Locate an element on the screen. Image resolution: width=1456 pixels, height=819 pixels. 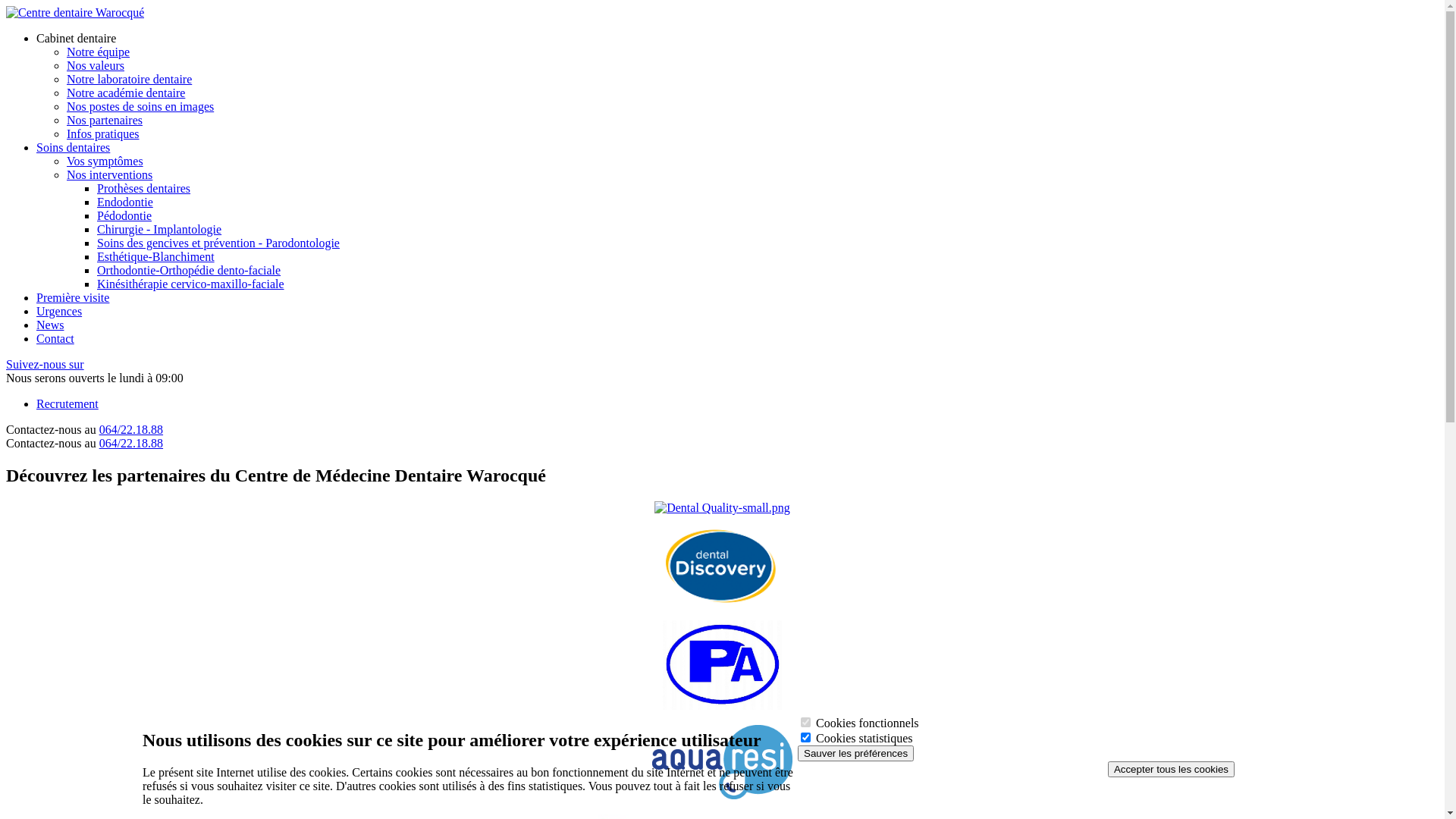
'064/22.18.88' is located at coordinates (98, 429).